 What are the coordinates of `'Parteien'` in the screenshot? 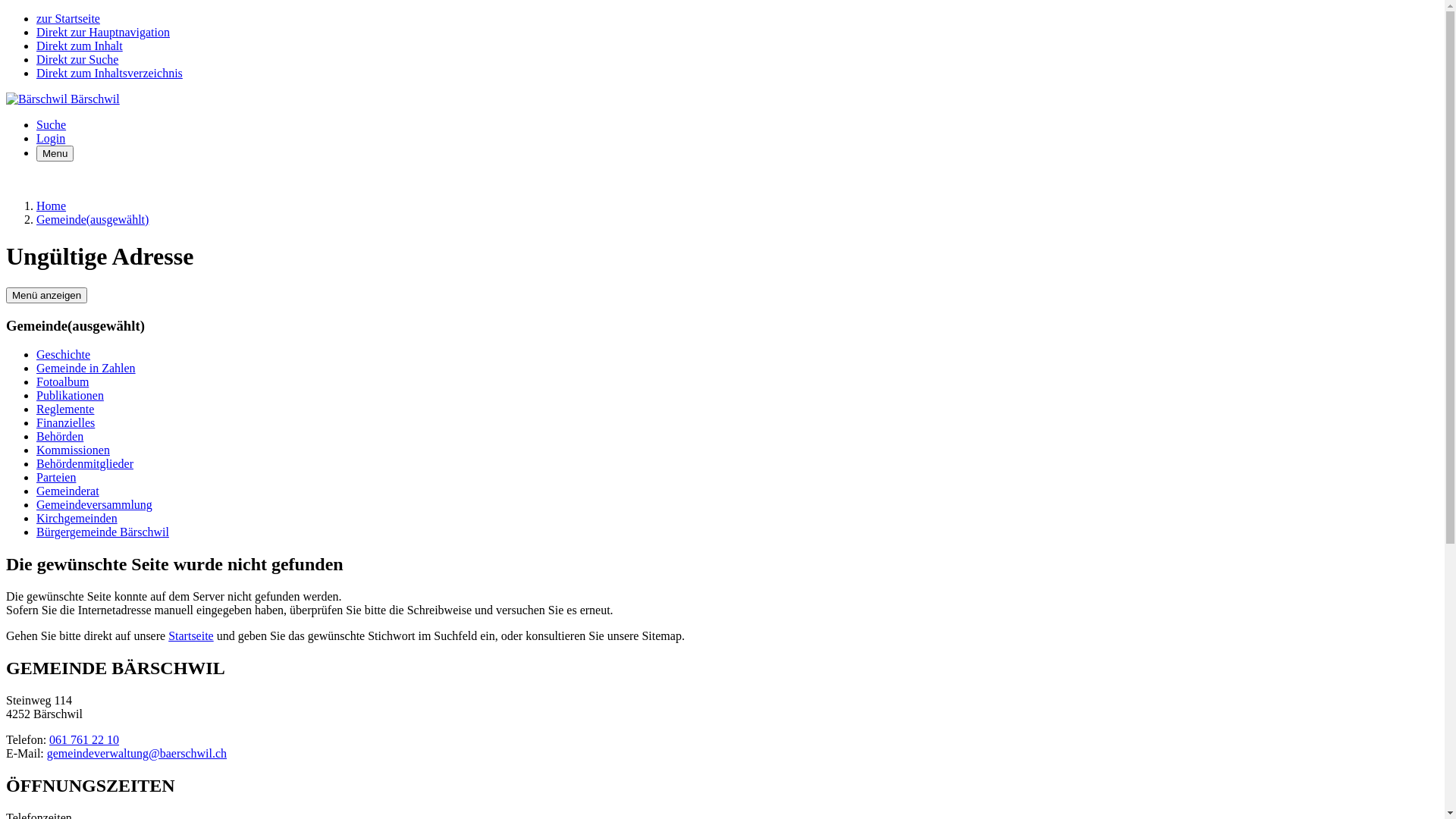 It's located at (55, 476).